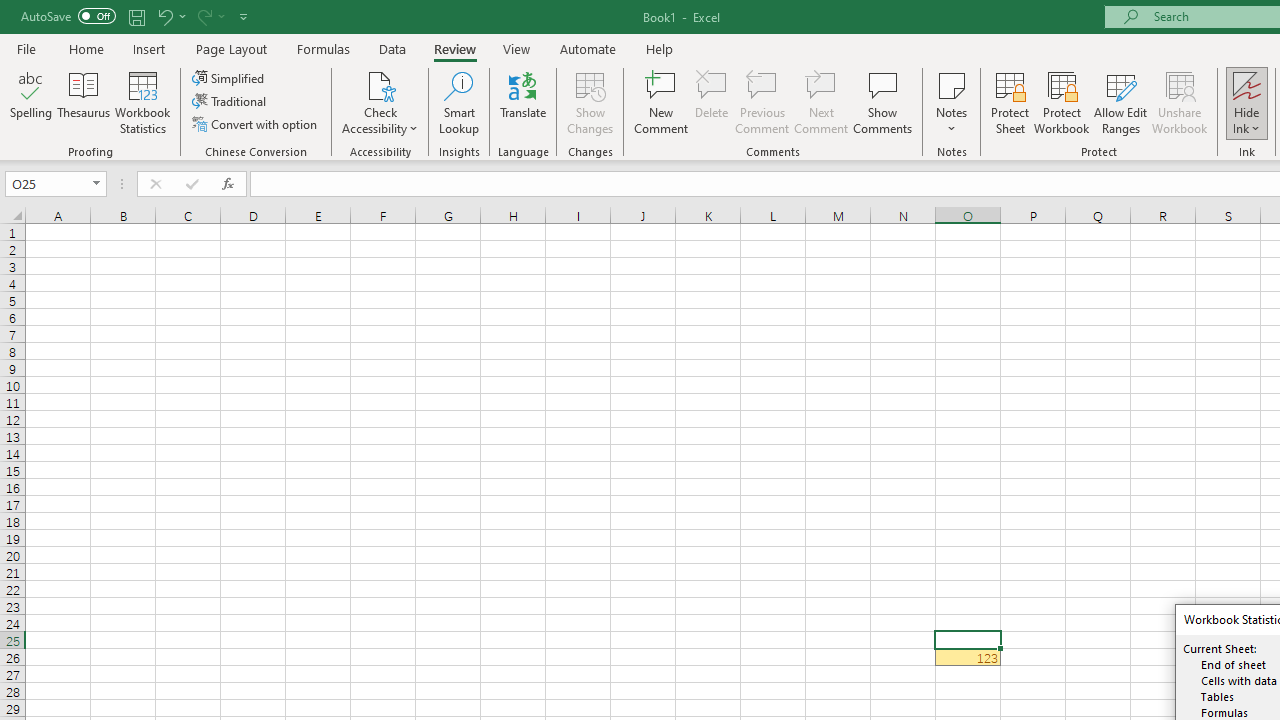 The width and height of the screenshot is (1280, 720). Describe the element at coordinates (230, 77) in the screenshot. I see `'Simplified'` at that location.